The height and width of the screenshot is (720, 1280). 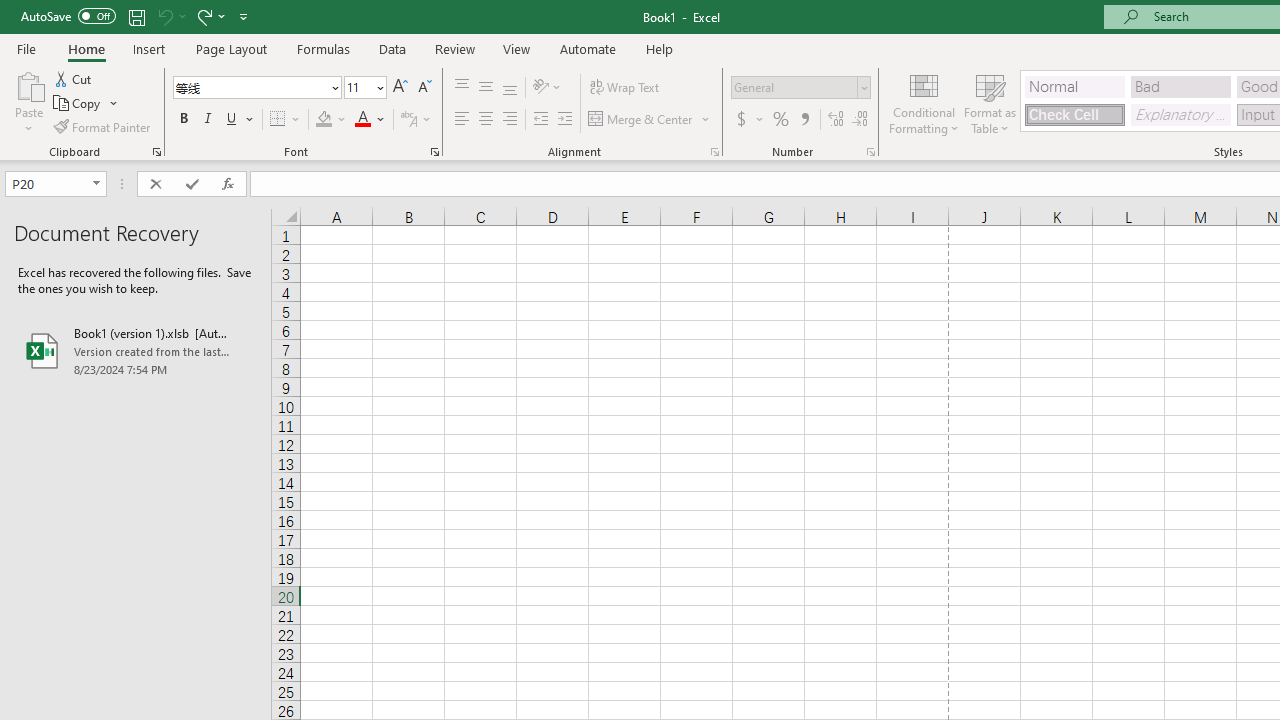 What do you see at coordinates (641, 119) in the screenshot?
I see `'Merge & Center'` at bounding box center [641, 119].